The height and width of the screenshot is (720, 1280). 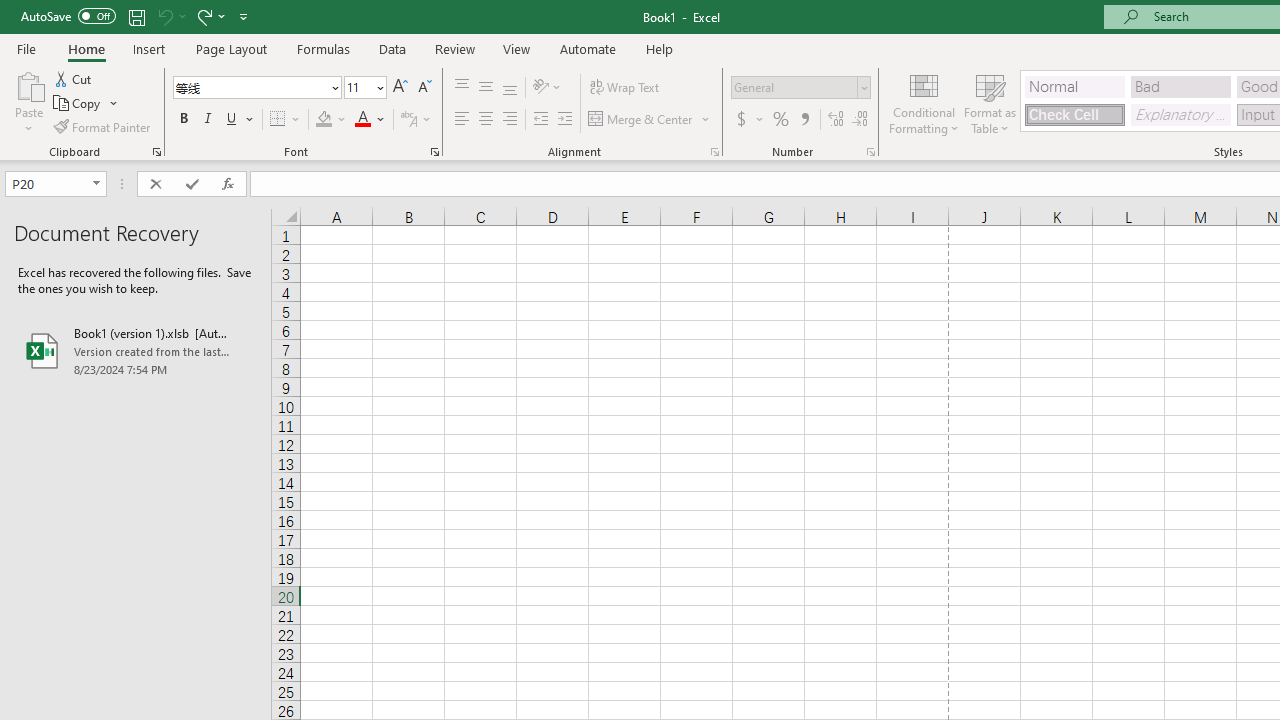 What do you see at coordinates (641, 119) in the screenshot?
I see `'Merge & Center'` at bounding box center [641, 119].